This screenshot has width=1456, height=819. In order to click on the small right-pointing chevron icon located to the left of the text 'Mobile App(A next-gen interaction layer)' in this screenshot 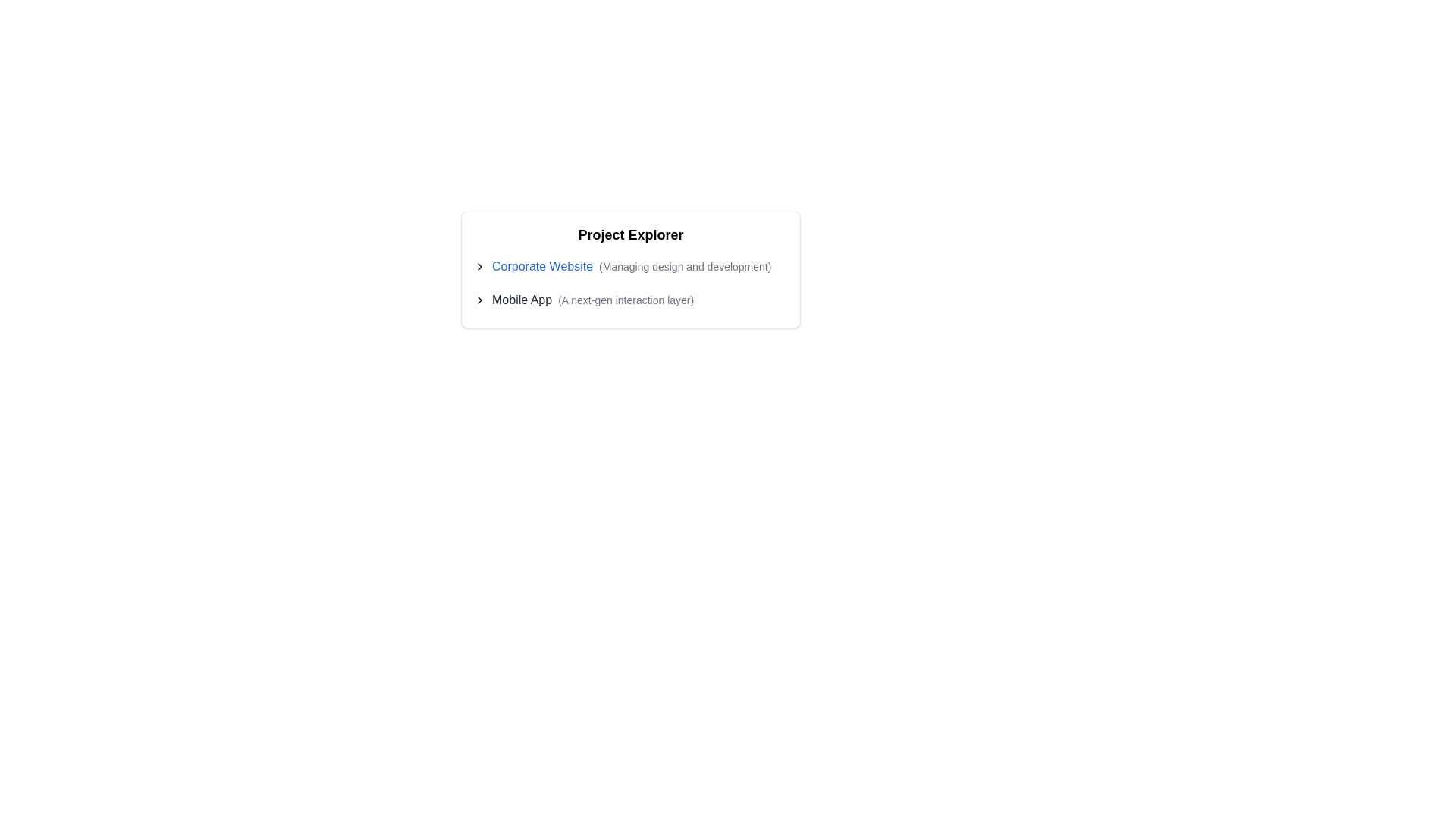, I will do `click(479, 300)`.